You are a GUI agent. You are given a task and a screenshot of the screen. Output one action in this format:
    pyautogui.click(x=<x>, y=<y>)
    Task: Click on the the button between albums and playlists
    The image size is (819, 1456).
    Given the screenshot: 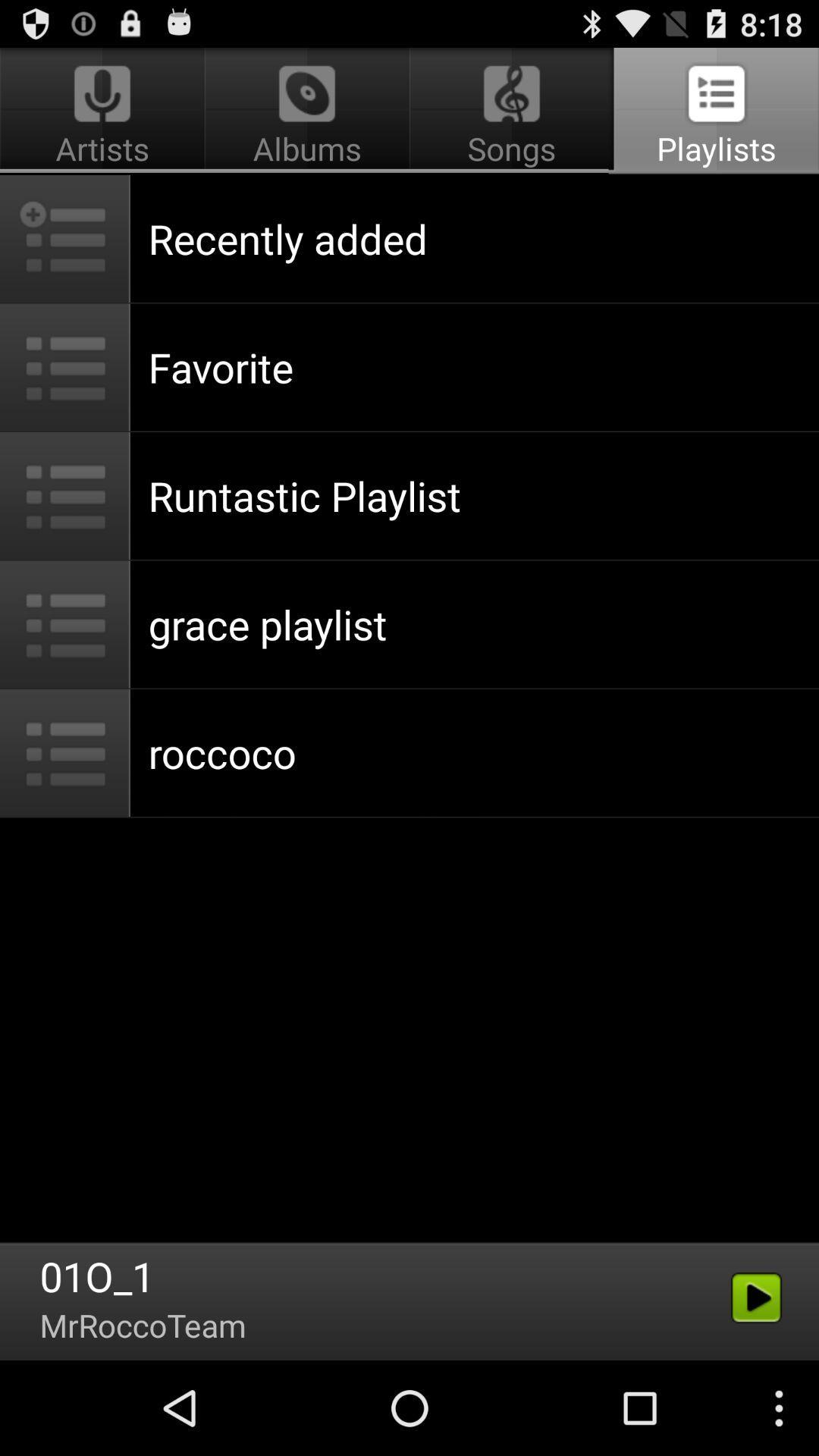 What is the action you would take?
    pyautogui.click(x=512, y=111)
    